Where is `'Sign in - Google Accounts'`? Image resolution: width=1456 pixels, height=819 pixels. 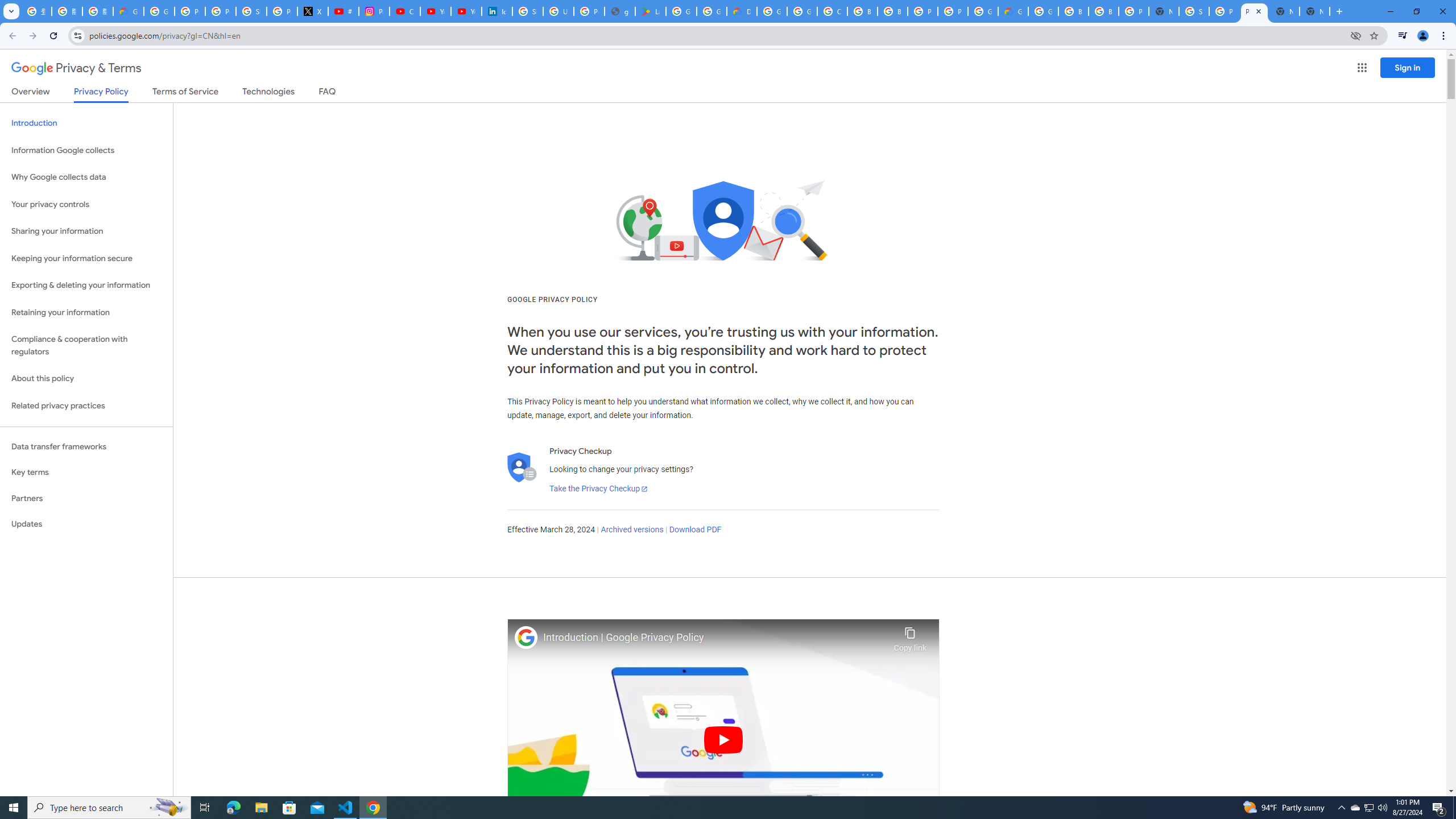
'Sign in - Google Accounts' is located at coordinates (1194, 11).